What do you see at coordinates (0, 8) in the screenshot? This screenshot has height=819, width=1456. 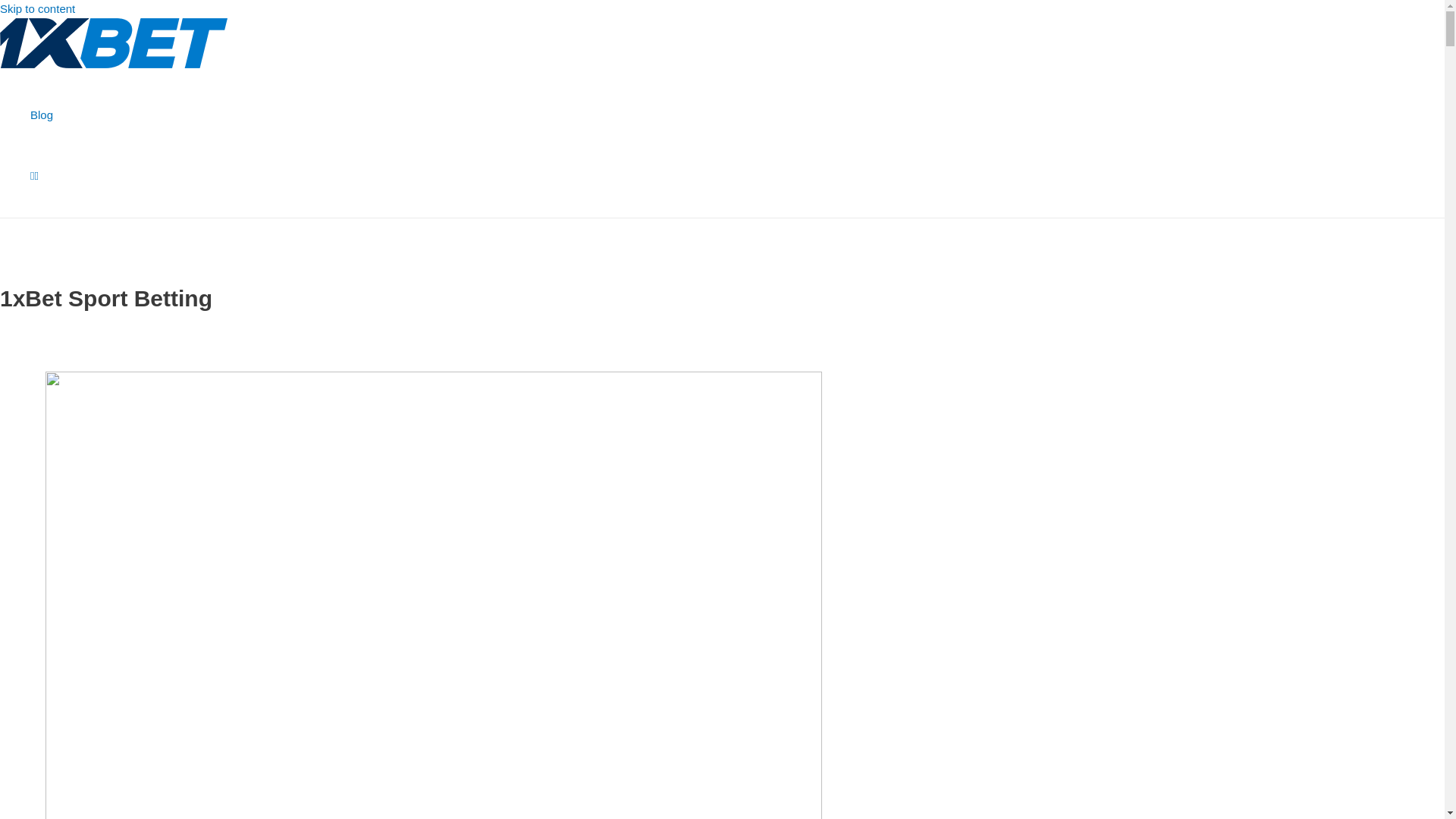 I see `'Skip to content'` at bounding box center [0, 8].